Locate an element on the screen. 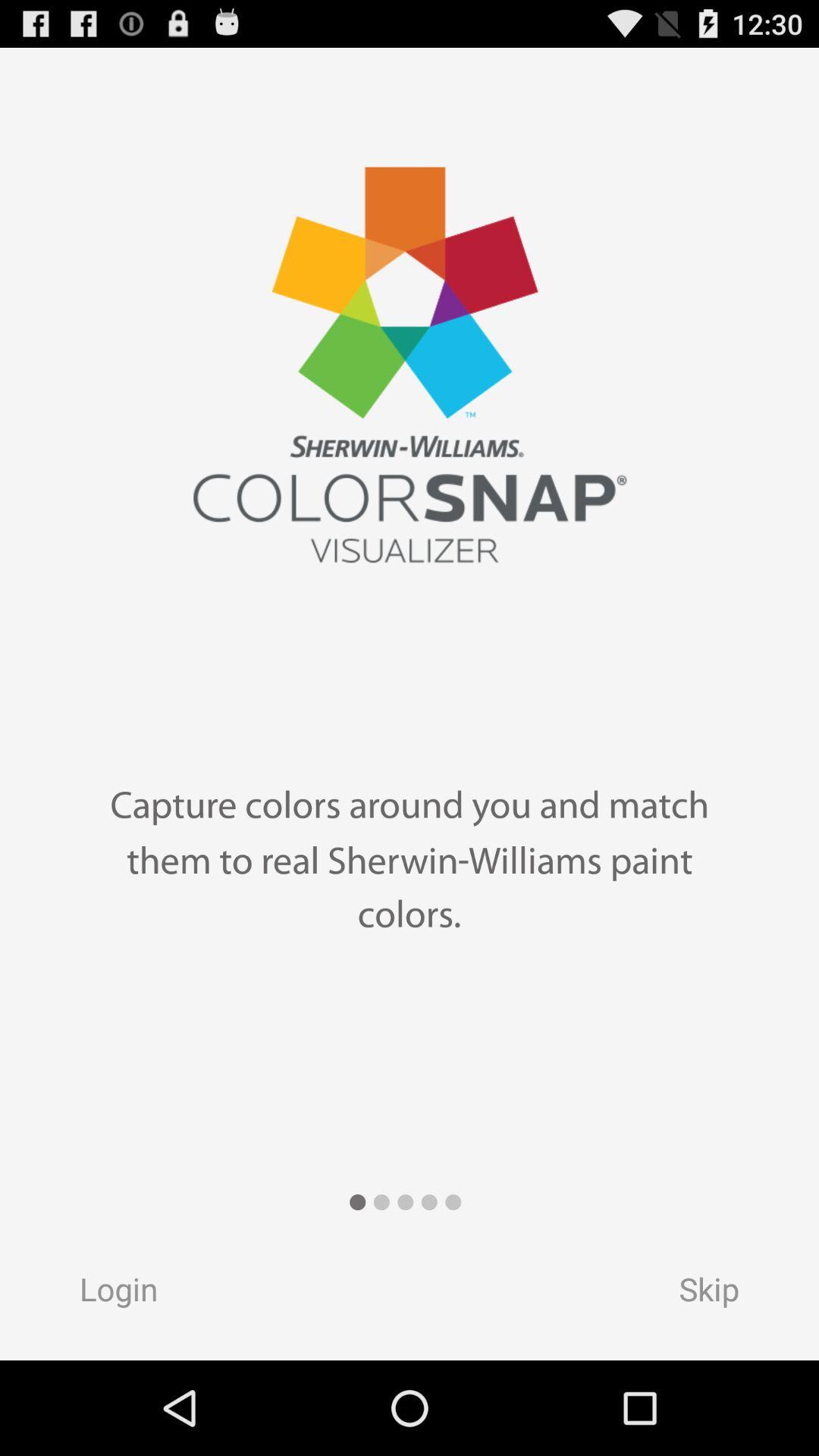 Image resolution: width=819 pixels, height=1456 pixels. item below the capture colors around app is located at coordinates (723, 1293).